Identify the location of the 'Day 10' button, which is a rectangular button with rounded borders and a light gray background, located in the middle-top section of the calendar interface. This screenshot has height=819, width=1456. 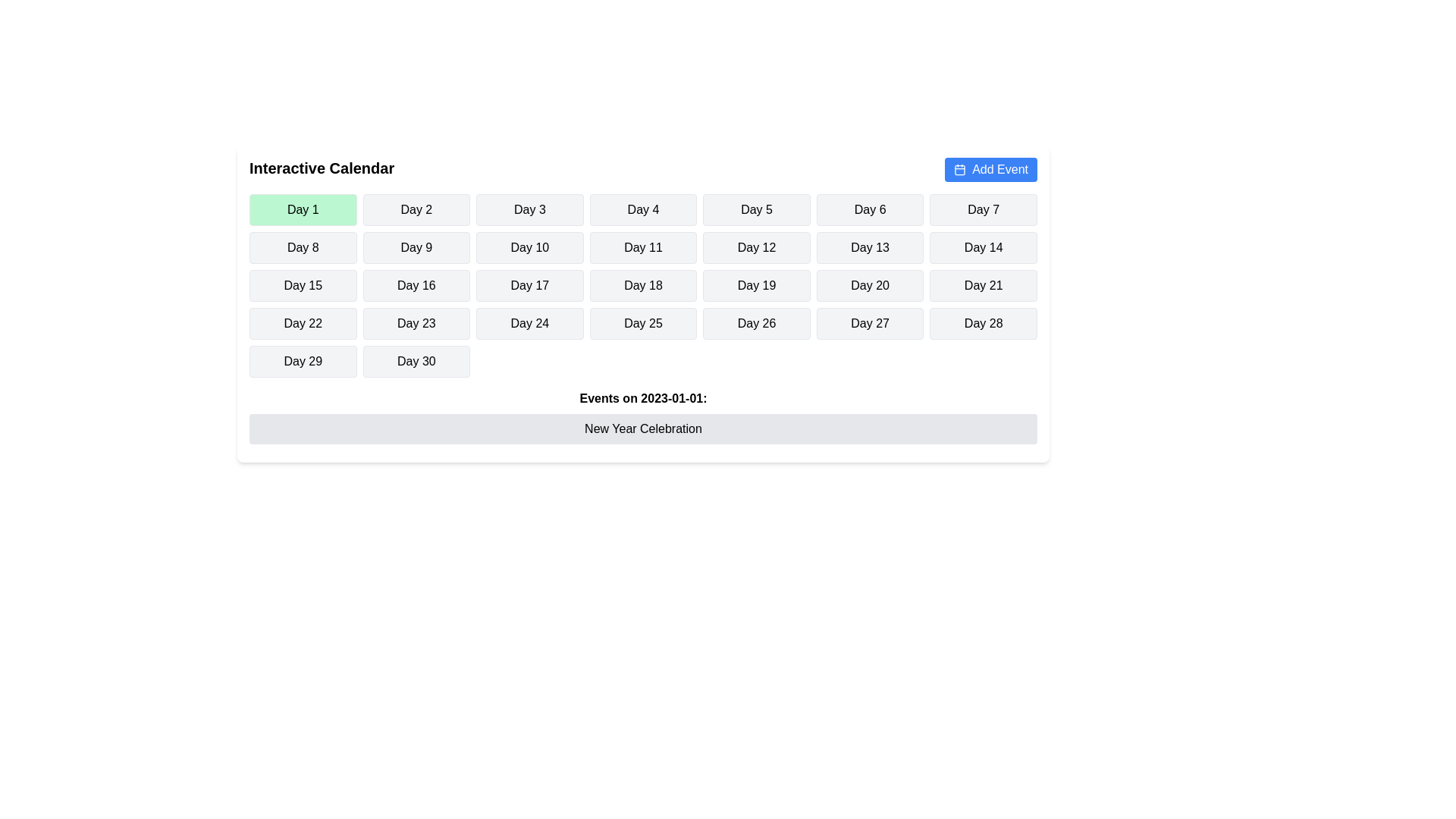
(529, 247).